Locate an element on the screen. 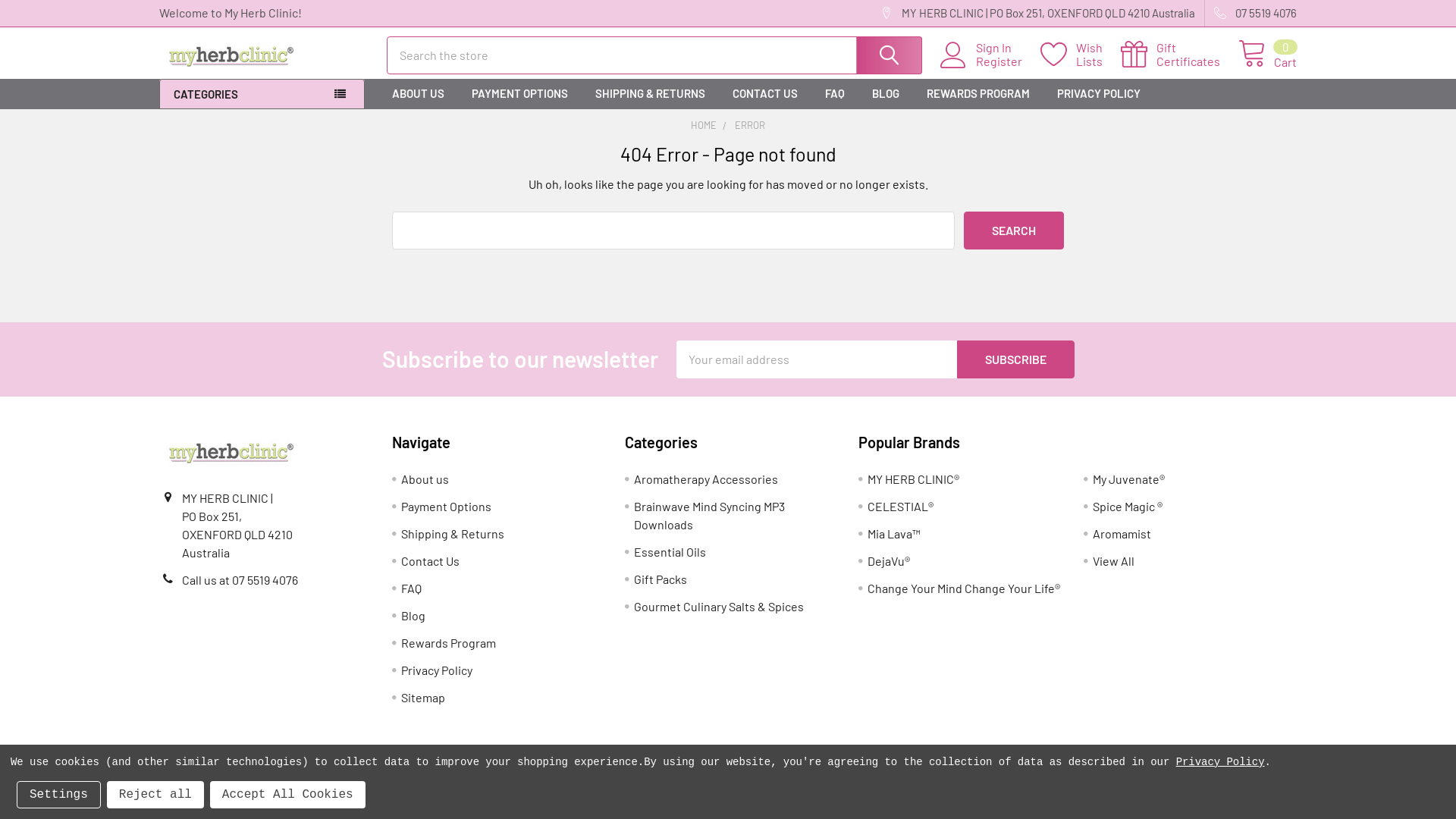  'ABOUT US' is located at coordinates (418, 93).